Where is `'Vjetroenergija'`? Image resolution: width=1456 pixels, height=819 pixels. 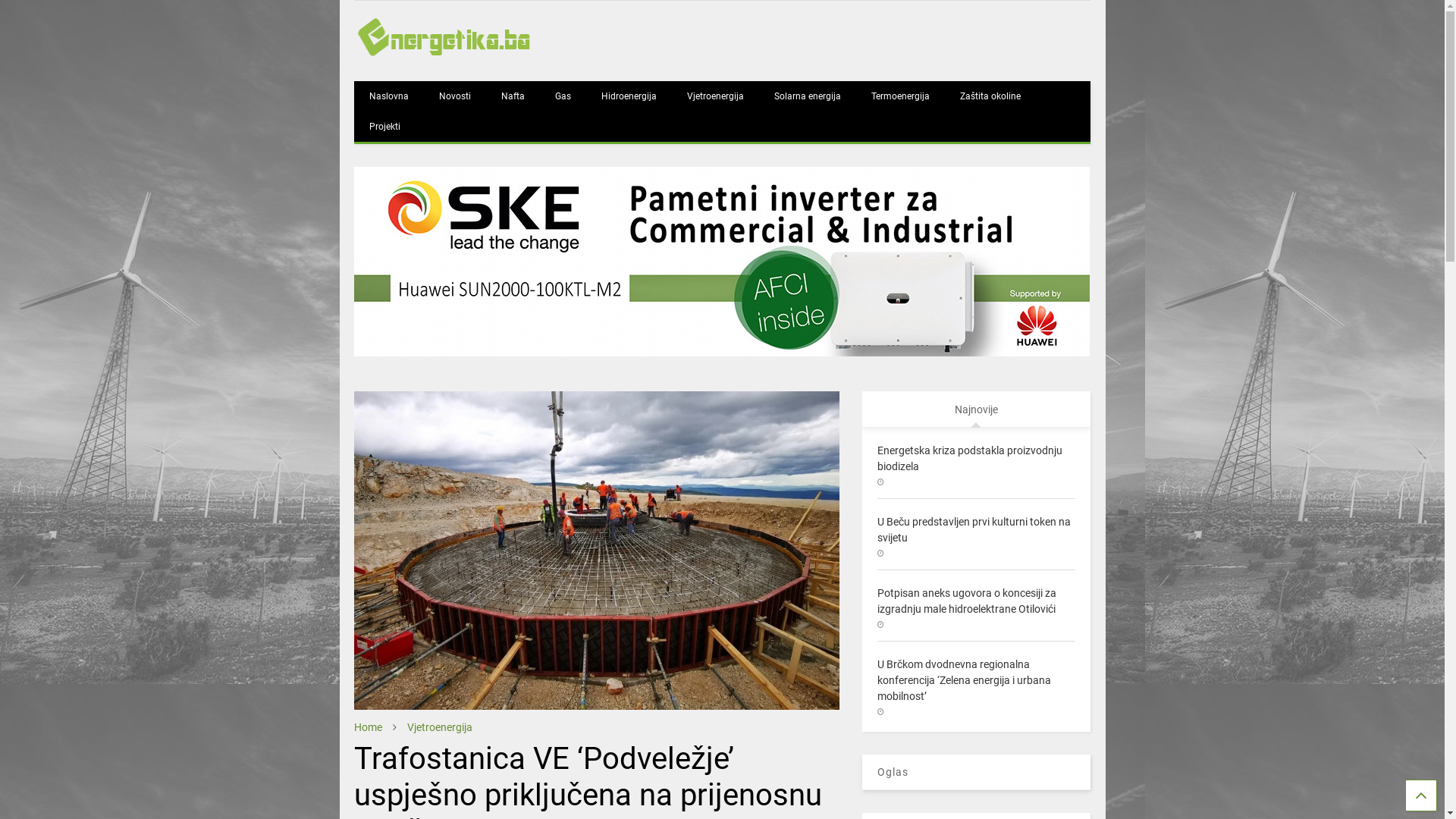 'Vjetroenergija' is located at coordinates (439, 726).